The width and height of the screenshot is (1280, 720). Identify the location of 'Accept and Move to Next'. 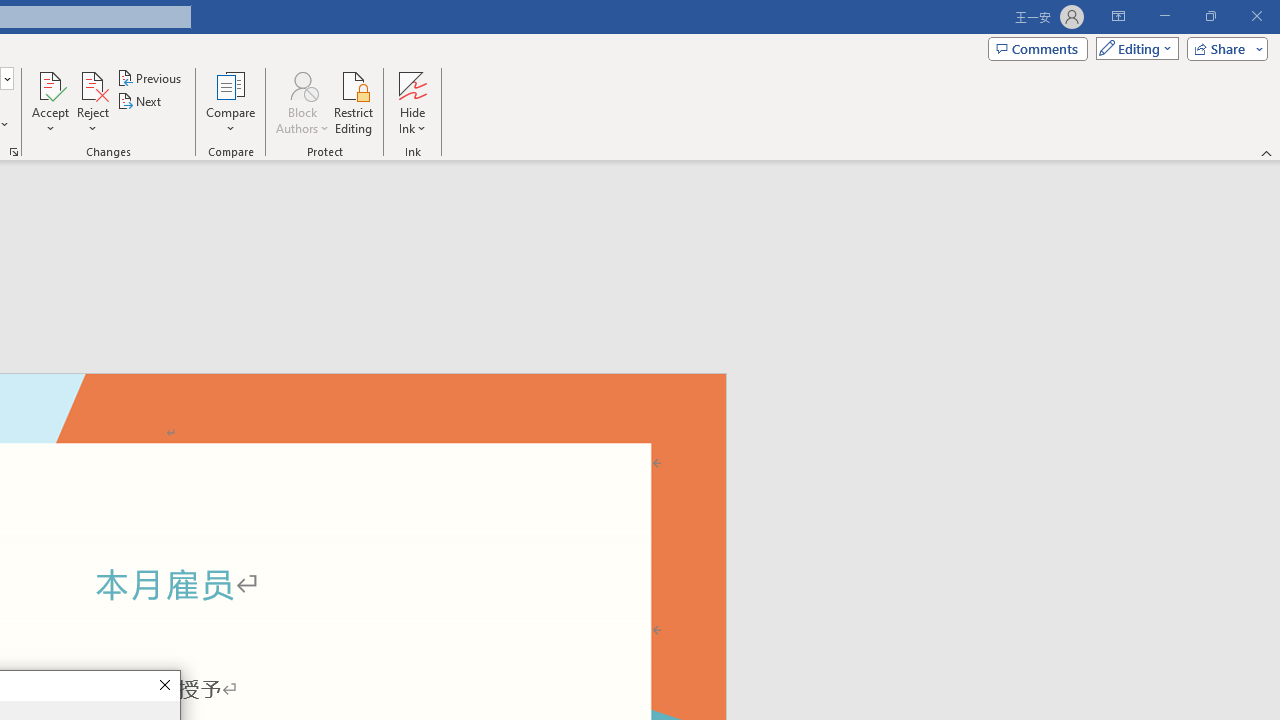
(50, 84).